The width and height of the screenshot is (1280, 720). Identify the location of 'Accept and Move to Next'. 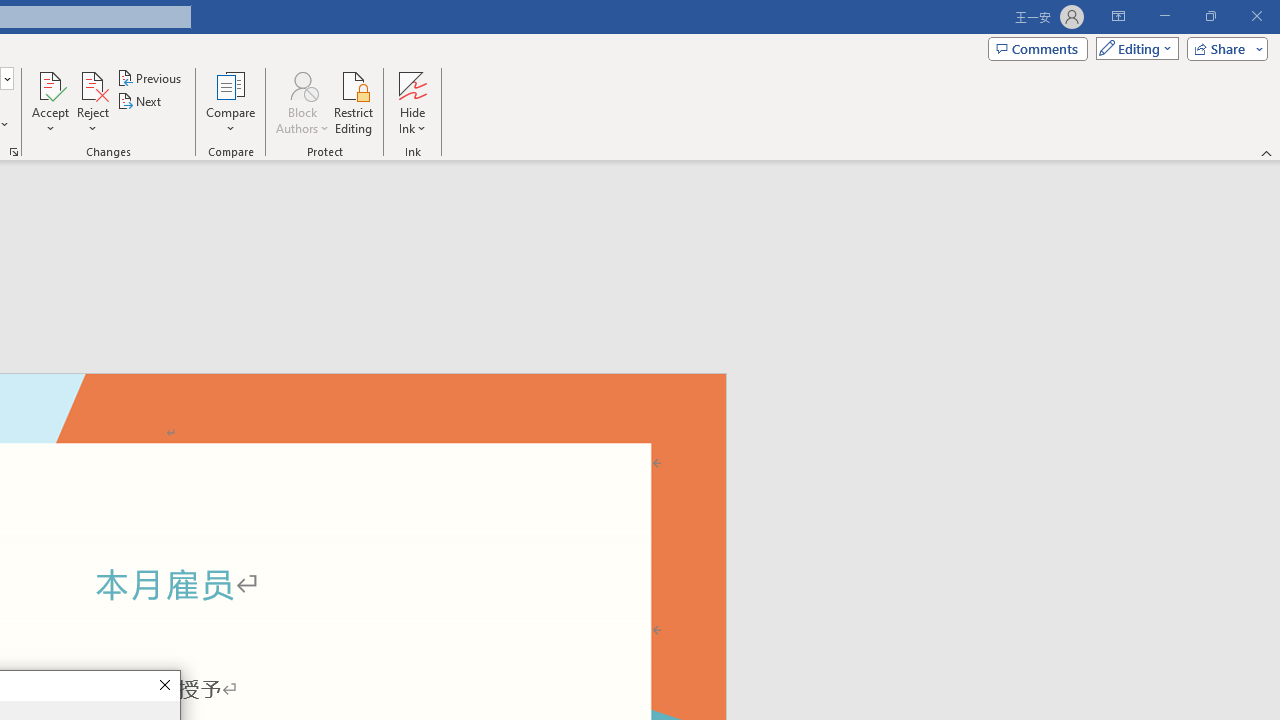
(50, 84).